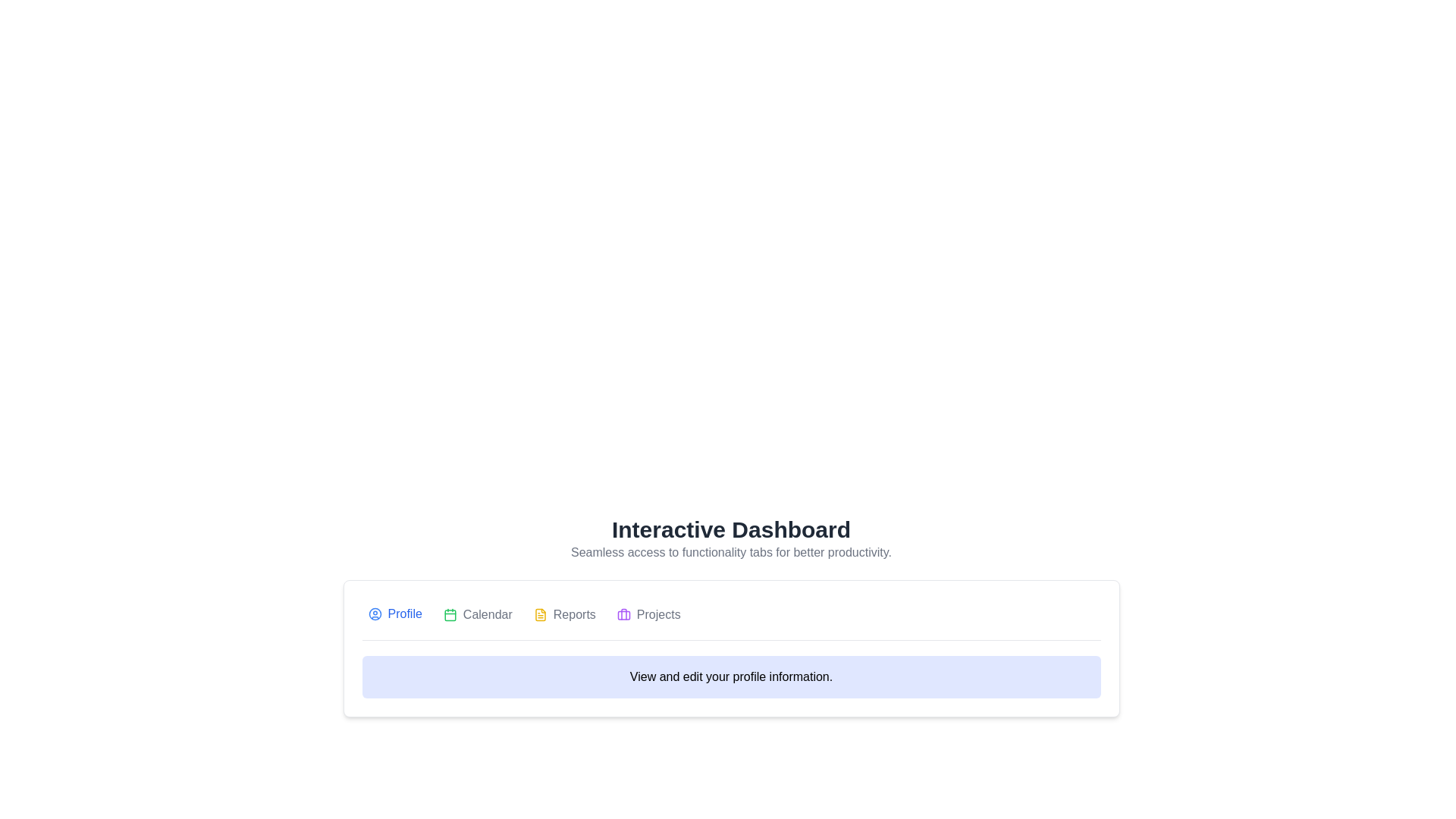 The width and height of the screenshot is (1456, 819). I want to click on the blue-bordered informational label containing the text 'View and edit your profile information.', so click(731, 676).